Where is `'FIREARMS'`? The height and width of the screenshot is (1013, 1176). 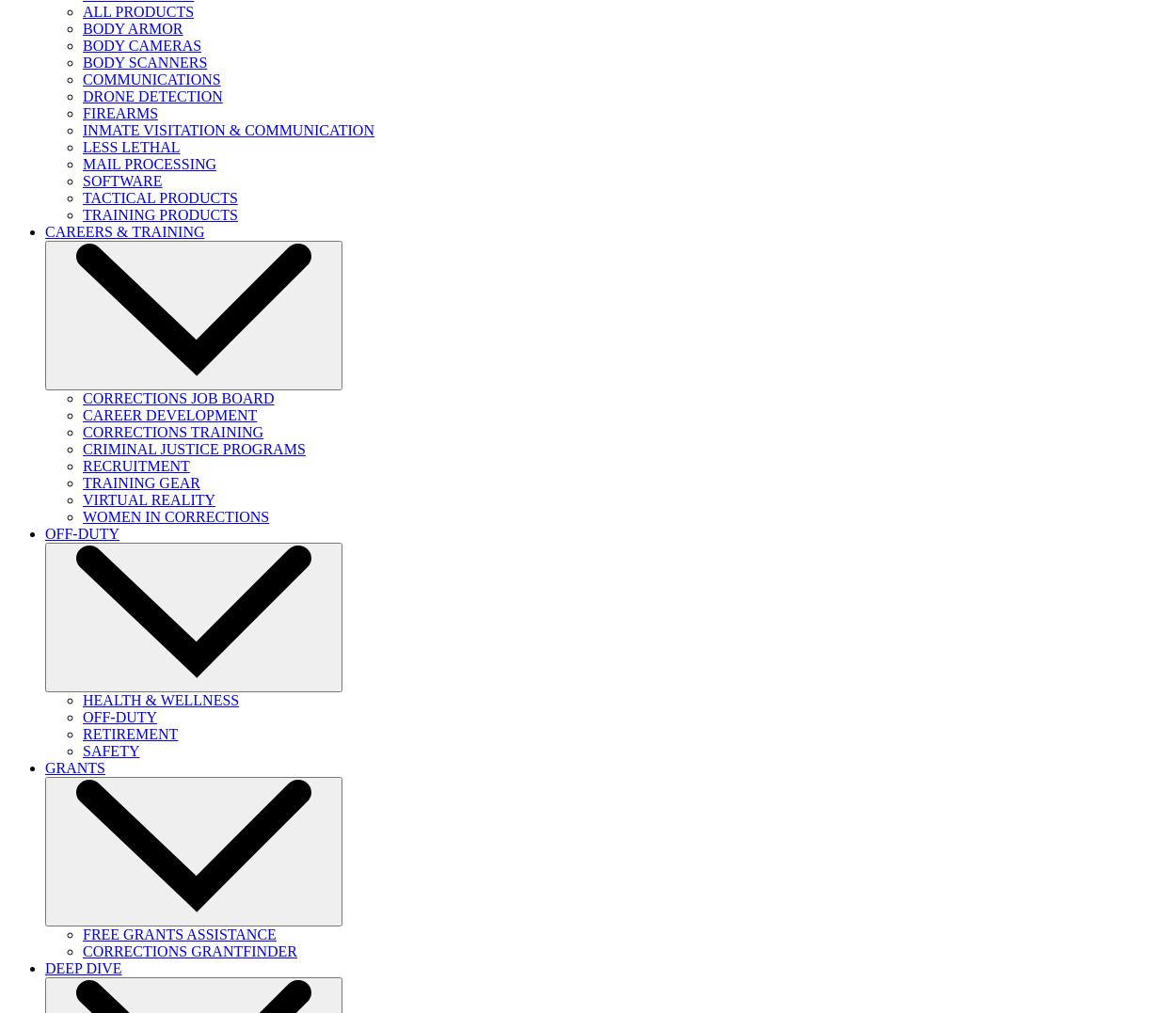 'FIREARMS' is located at coordinates (120, 112).